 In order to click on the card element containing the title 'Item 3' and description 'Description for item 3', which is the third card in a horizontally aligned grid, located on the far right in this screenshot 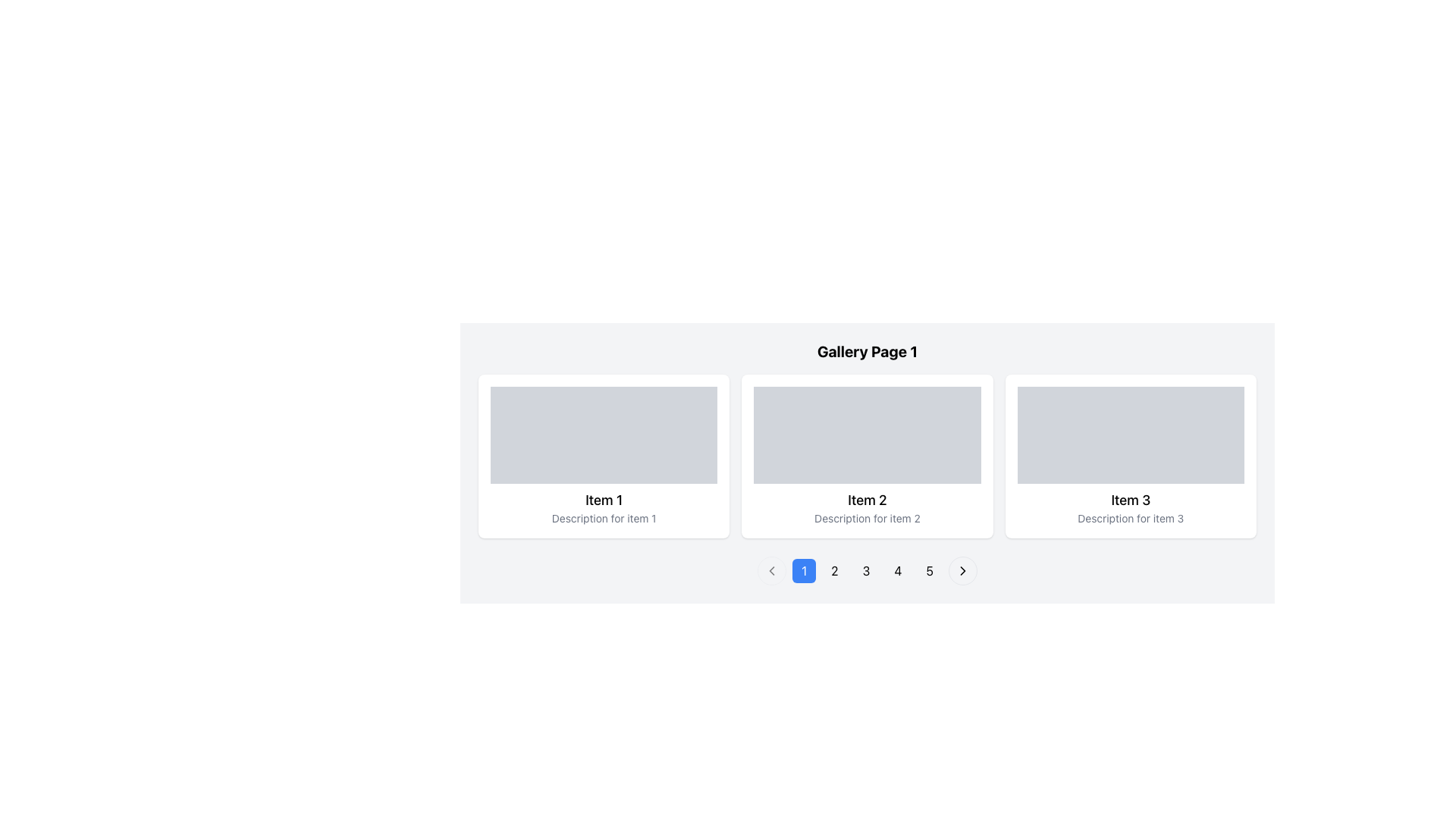, I will do `click(1131, 455)`.